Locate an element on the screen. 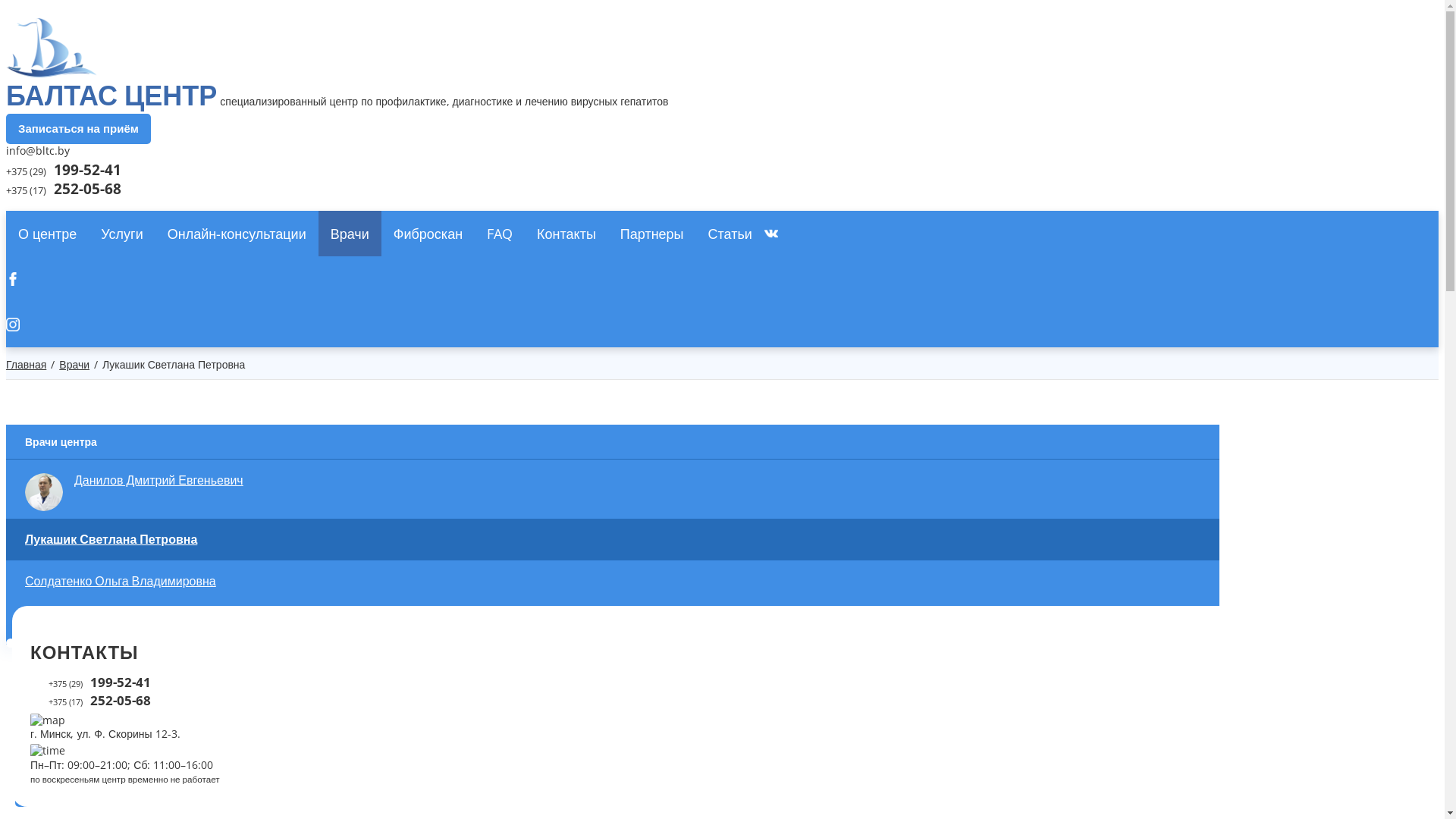 The width and height of the screenshot is (1456, 819). 'info@bltc.by' is located at coordinates (6, 150).